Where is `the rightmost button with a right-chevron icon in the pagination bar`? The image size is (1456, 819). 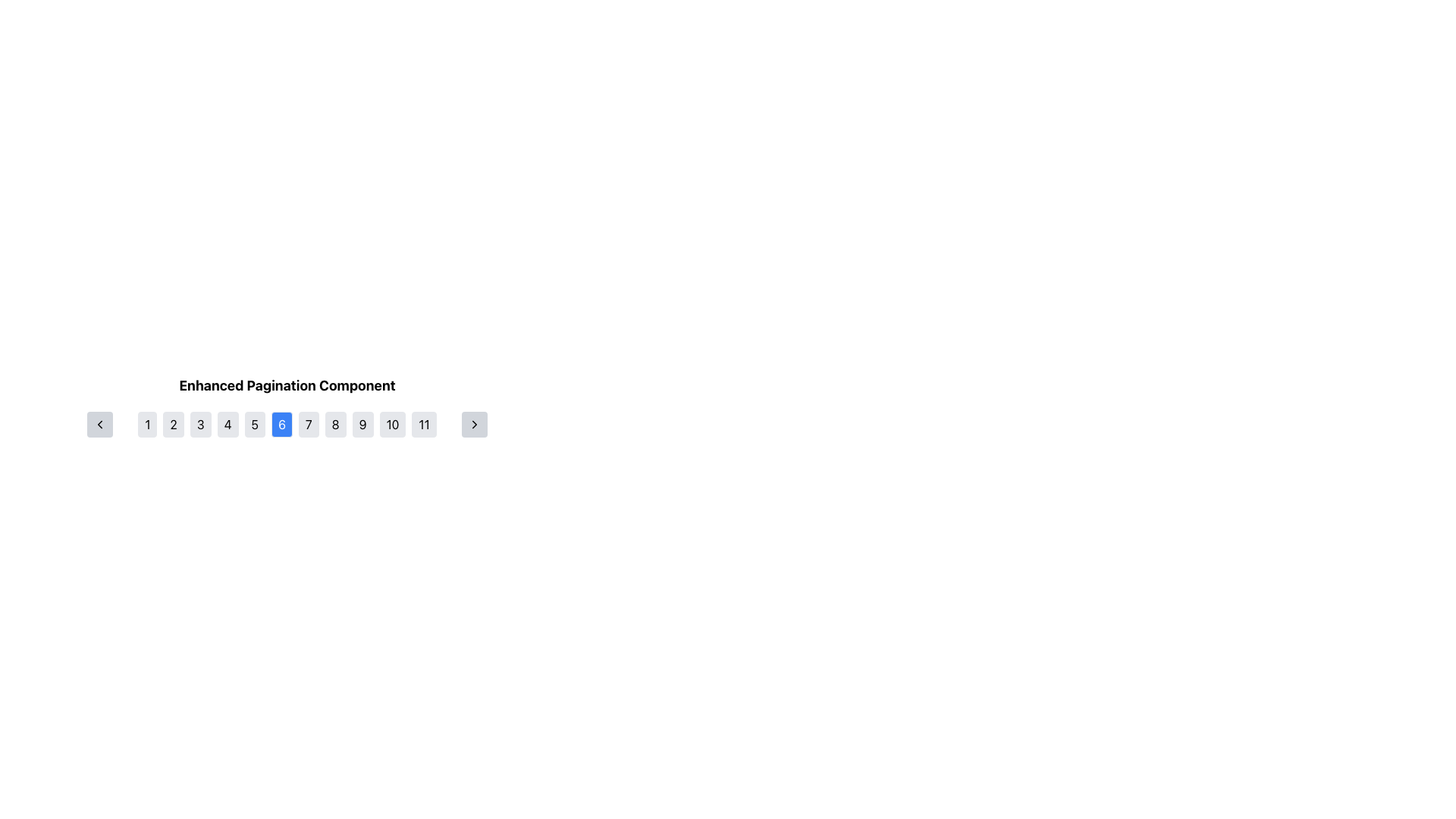 the rightmost button with a right-chevron icon in the pagination bar is located at coordinates (473, 424).